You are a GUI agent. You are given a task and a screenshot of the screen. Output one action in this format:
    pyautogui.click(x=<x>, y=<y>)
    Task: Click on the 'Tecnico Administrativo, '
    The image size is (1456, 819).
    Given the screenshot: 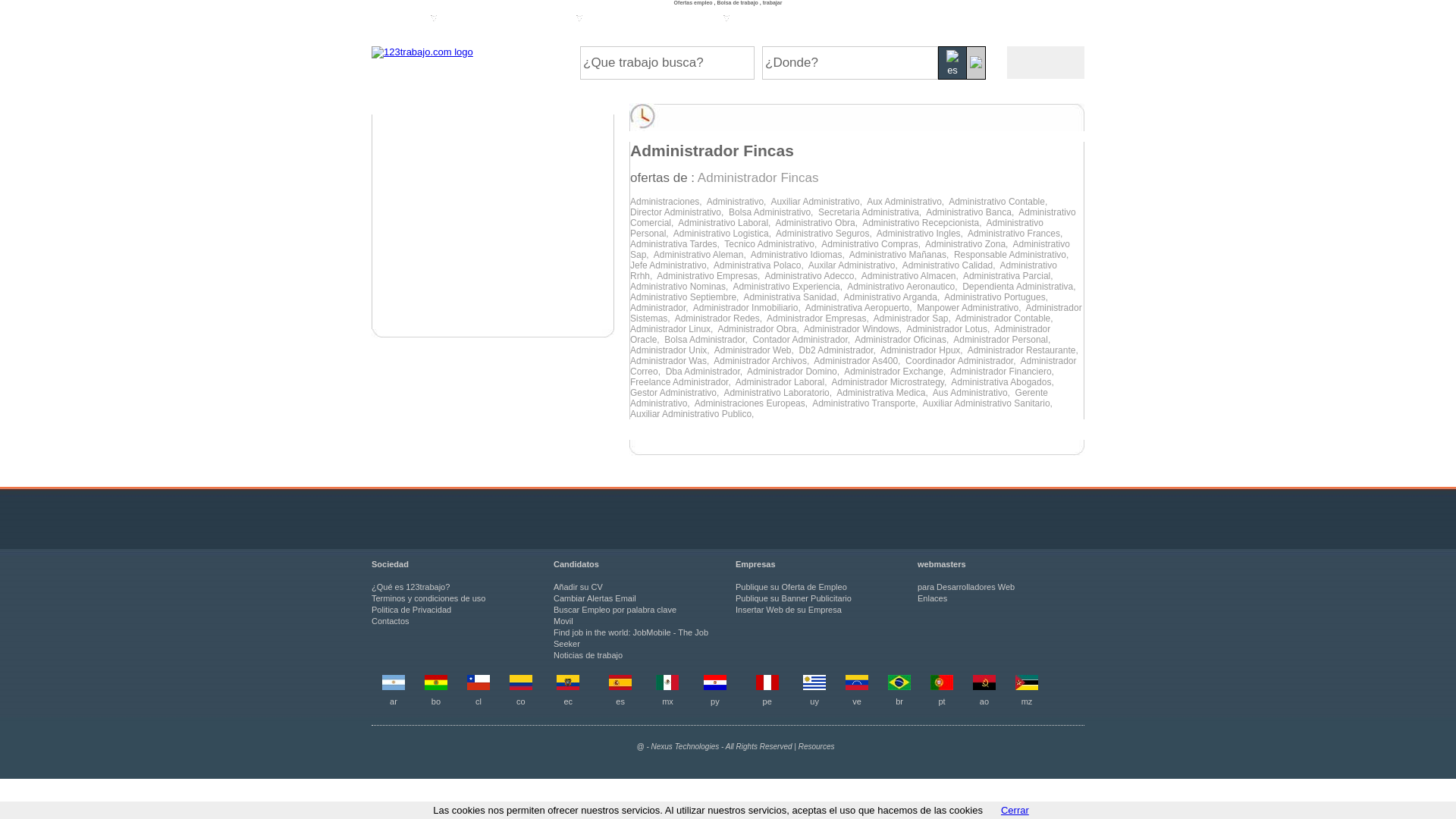 What is the action you would take?
    pyautogui.click(x=723, y=243)
    